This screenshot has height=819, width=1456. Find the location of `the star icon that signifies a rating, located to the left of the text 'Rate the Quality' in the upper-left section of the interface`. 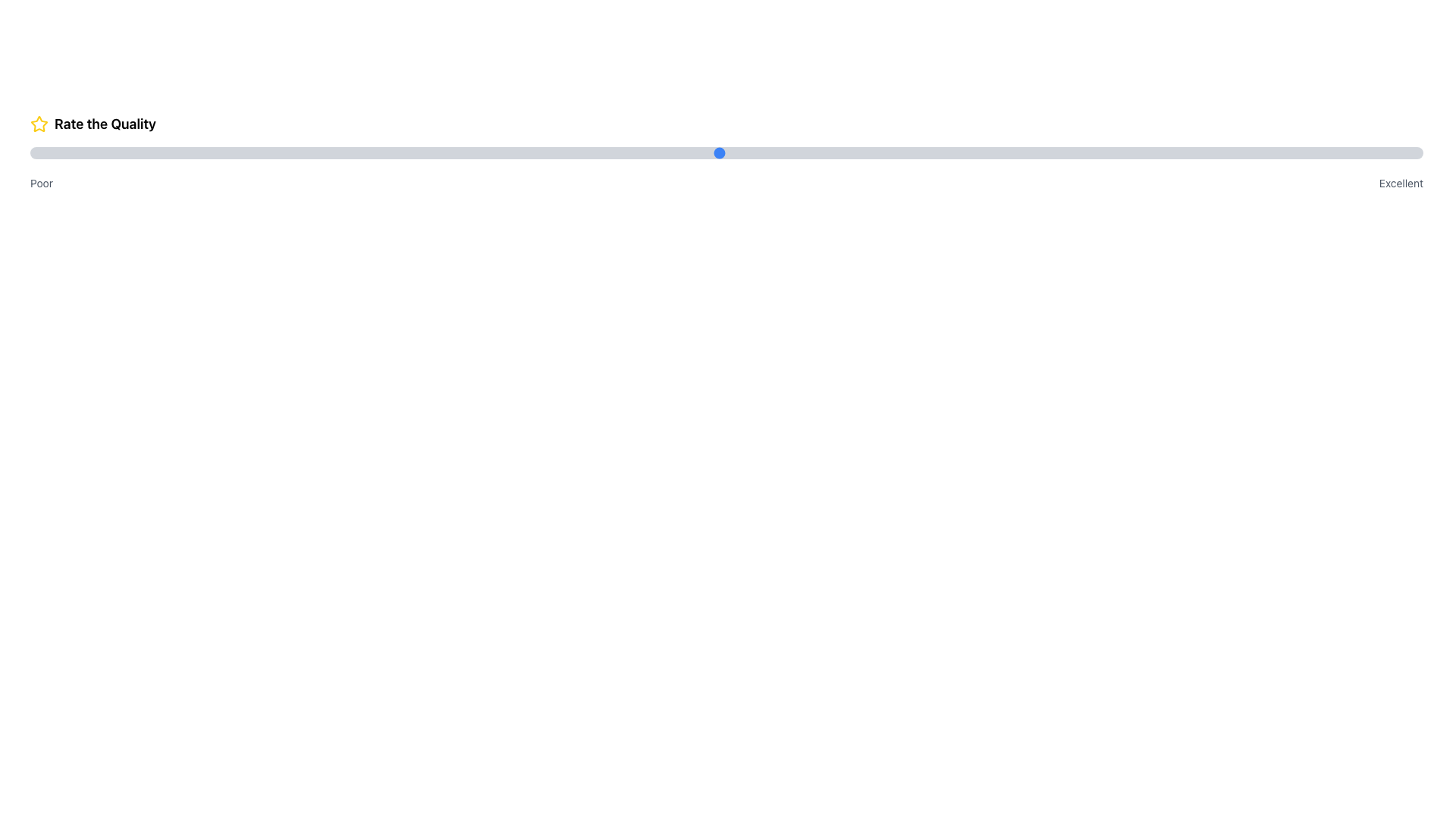

the star icon that signifies a rating, located to the left of the text 'Rate the Quality' in the upper-left section of the interface is located at coordinates (39, 123).